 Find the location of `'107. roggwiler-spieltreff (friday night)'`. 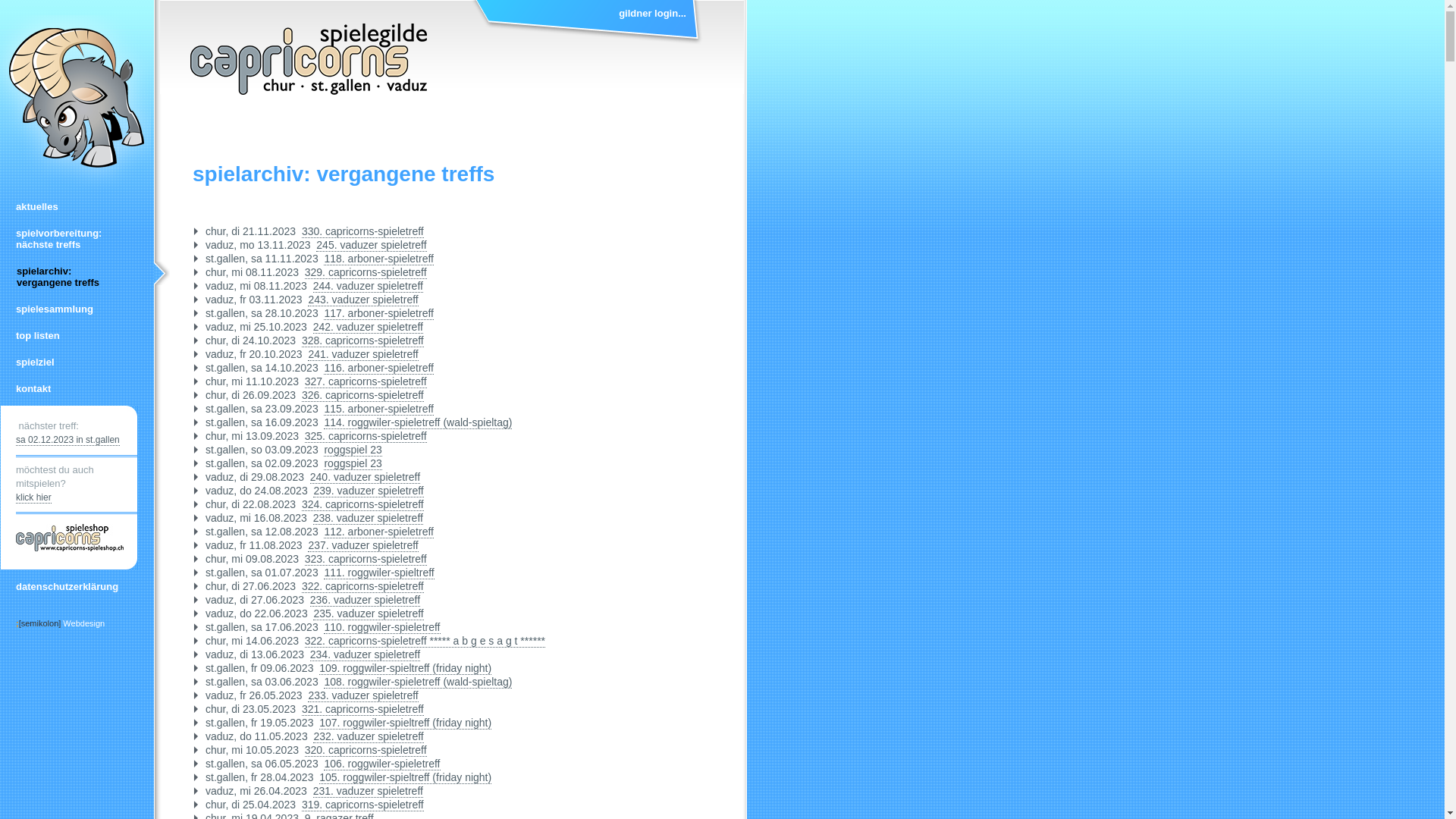

'107. roggwiler-spieltreff (friday night)' is located at coordinates (405, 722).